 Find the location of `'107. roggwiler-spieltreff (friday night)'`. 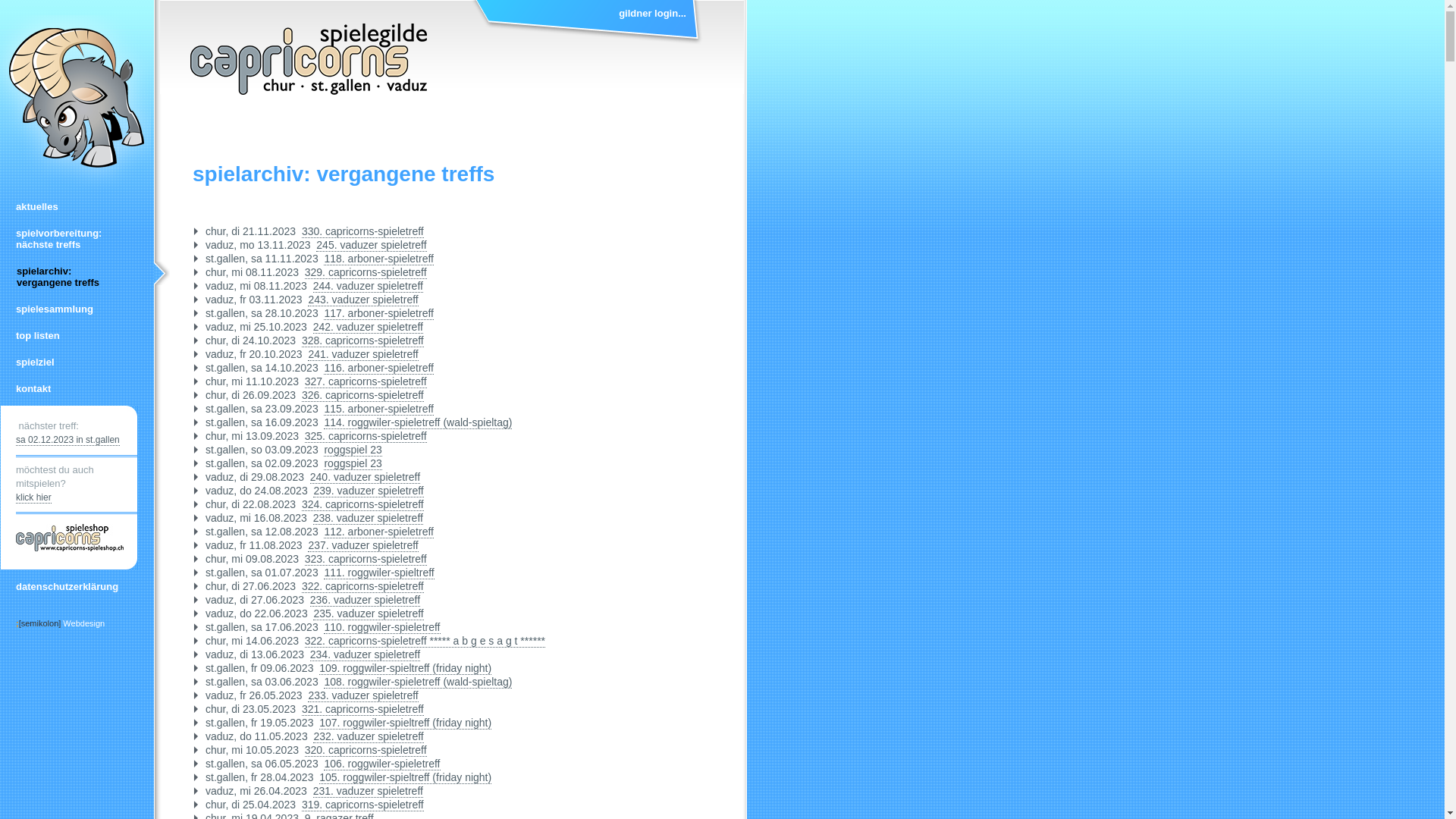

'107. roggwiler-spieltreff (friday night)' is located at coordinates (405, 722).